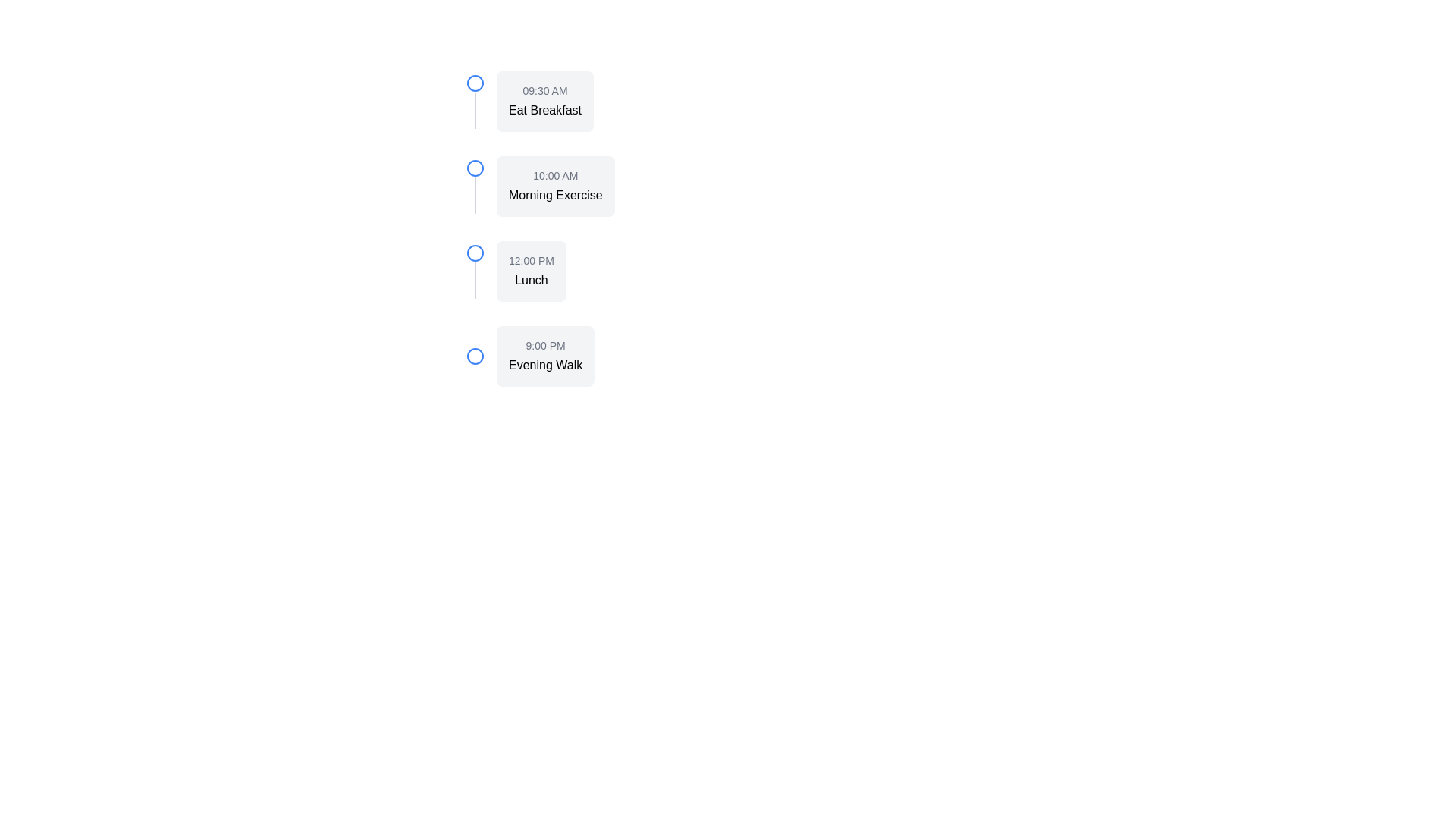 The height and width of the screenshot is (819, 1456). What do you see at coordinates (475, 168) in the screenshot?
I see `the circle icon representing the 'Morning Exercise' event at '10:00 AM' in the vertical timeline interface` at bounding box center [475, 168].